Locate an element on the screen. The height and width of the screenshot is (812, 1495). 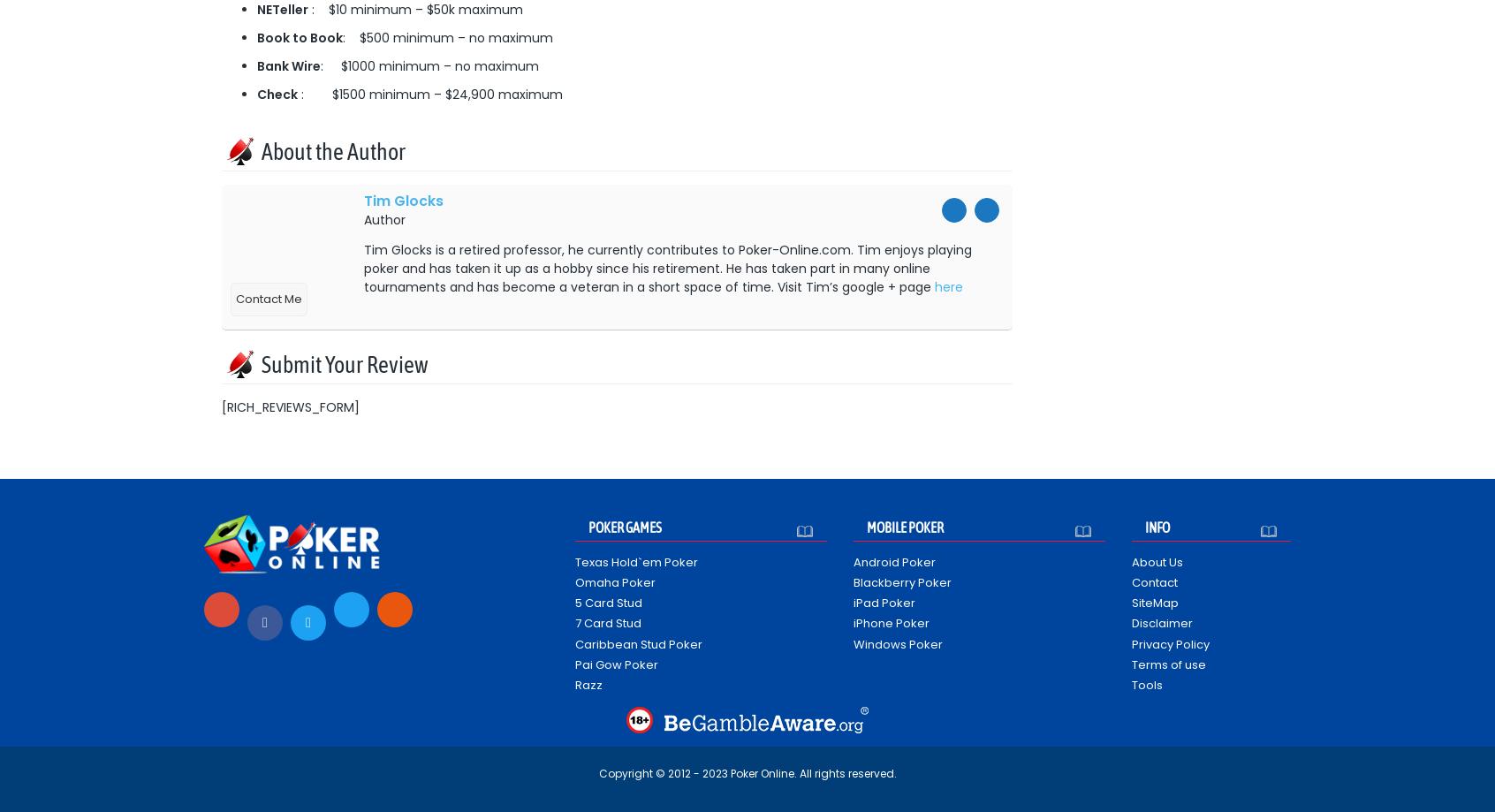
'Blackberry Poker' is located at coordinates (901, 581).